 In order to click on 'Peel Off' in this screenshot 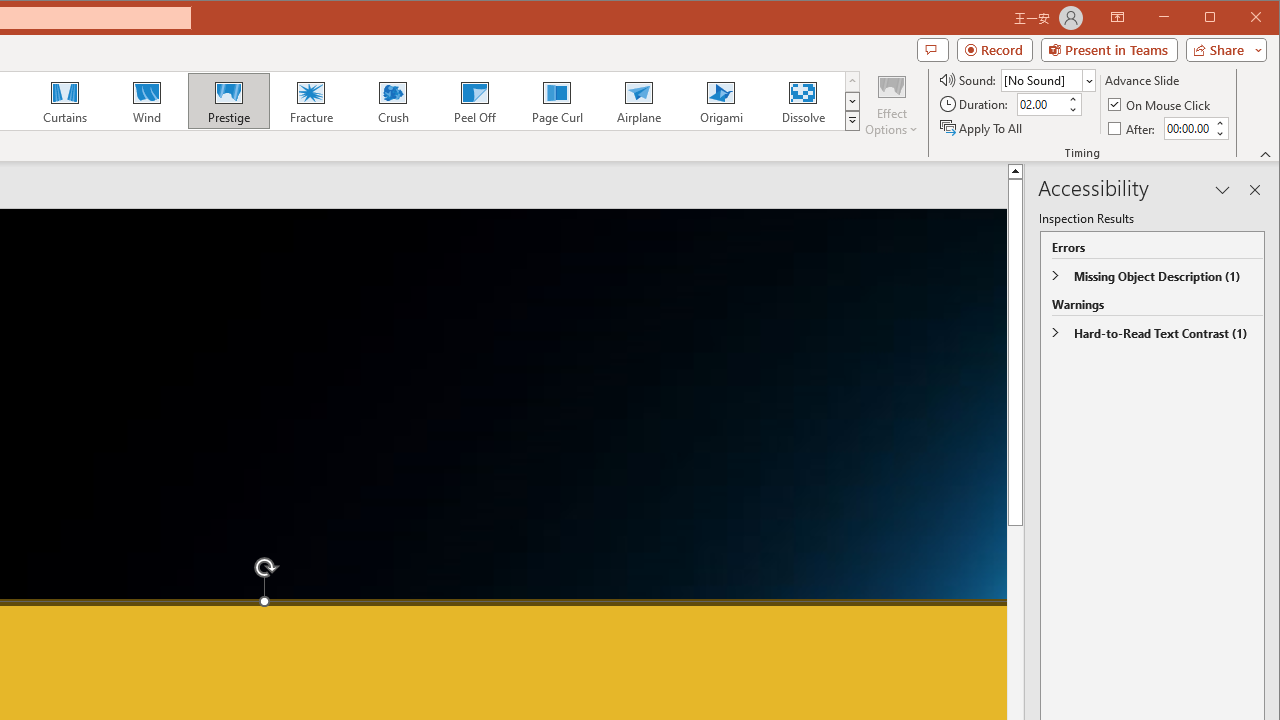, I will do `click(473, 100)`.